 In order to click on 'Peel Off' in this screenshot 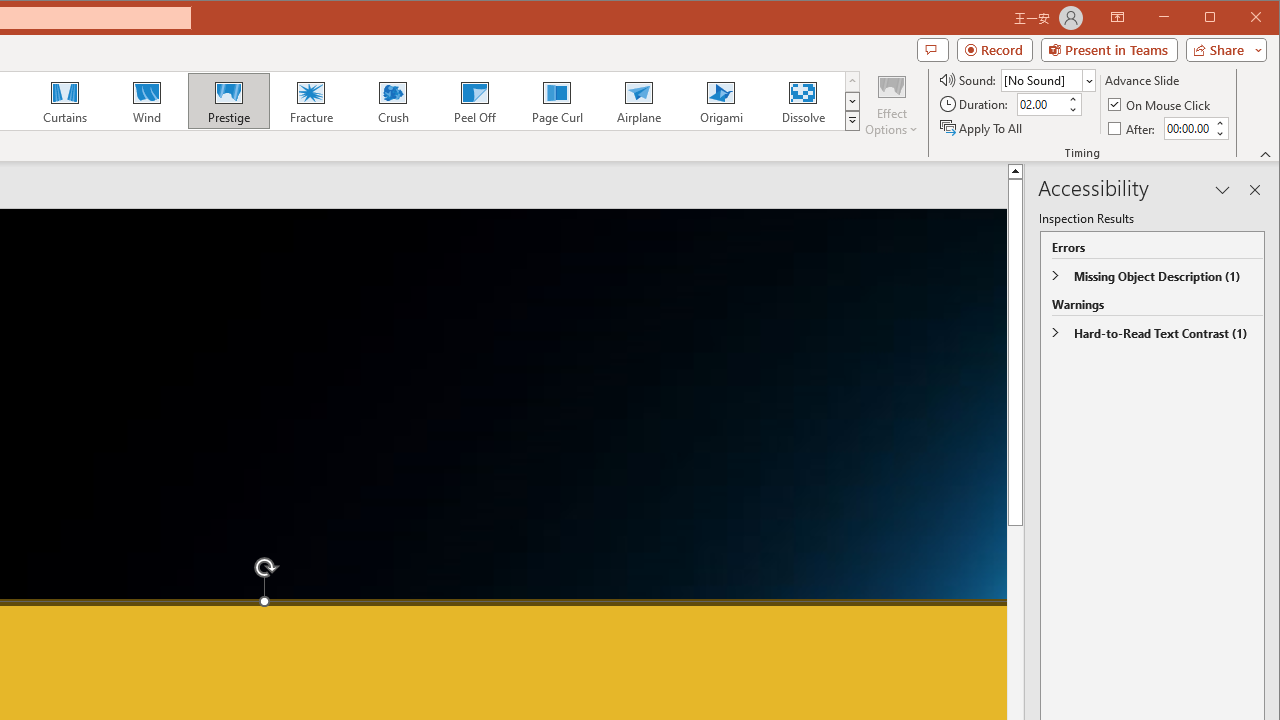, I will do `click(473, 100)`.